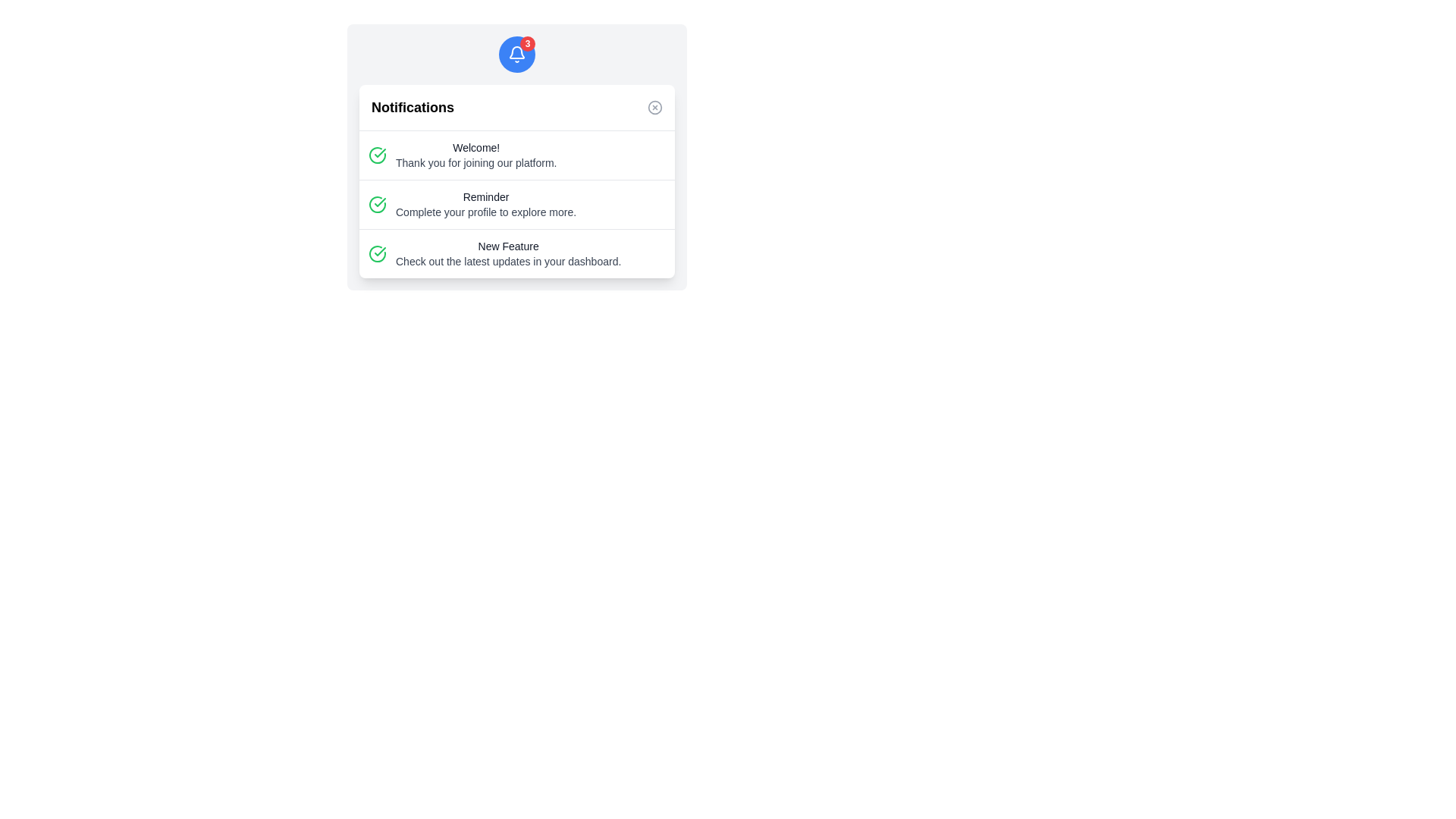 The width and height of the screenshot is (1456, 819). I want to click on the Notification Badge located at the top-right corner of the blue circular icon with a bell symbol, which indicates the quantity of unread or pending alerts, so click(528, 42).